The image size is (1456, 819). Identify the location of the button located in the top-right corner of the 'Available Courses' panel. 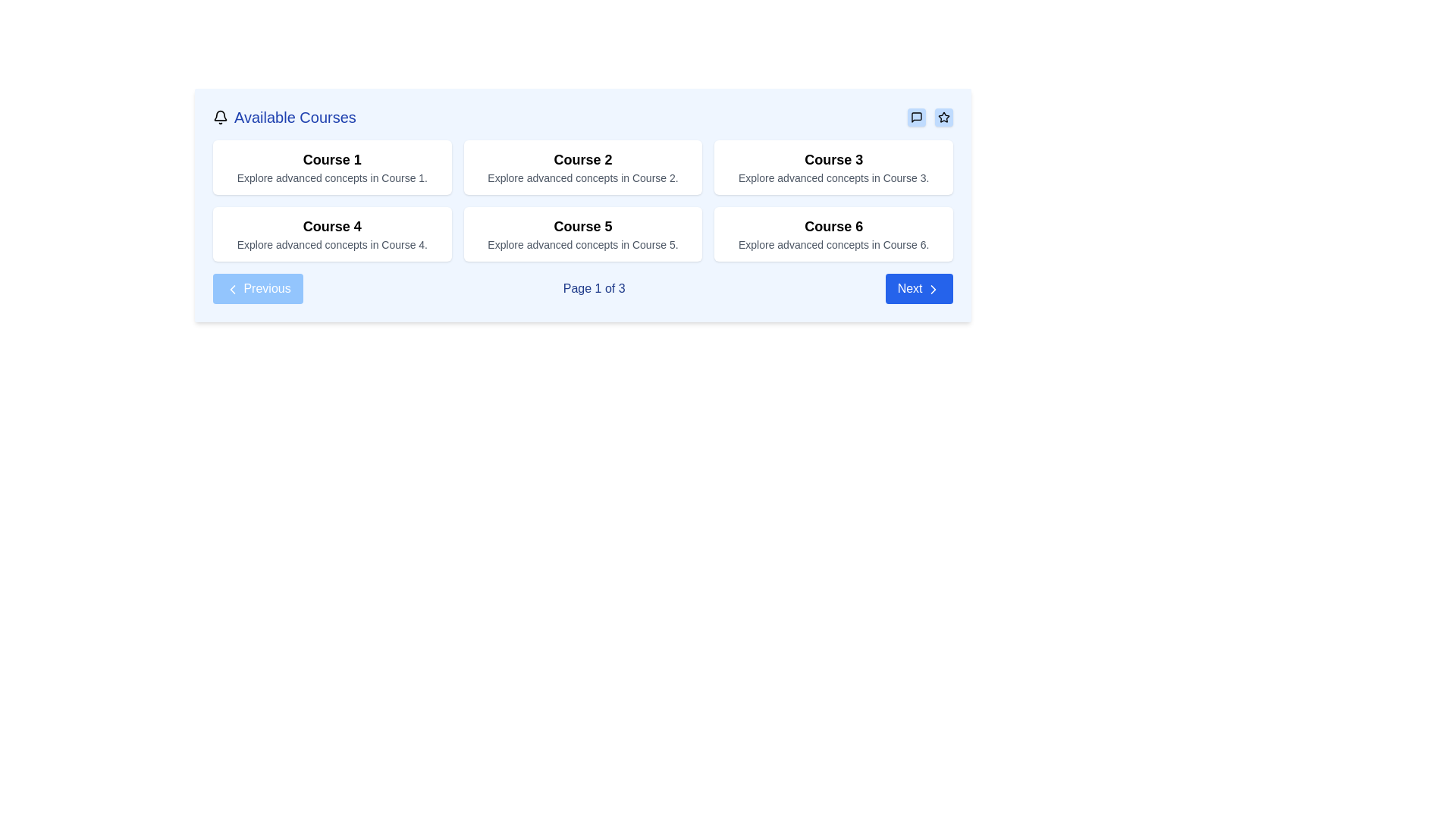
(916, 116).